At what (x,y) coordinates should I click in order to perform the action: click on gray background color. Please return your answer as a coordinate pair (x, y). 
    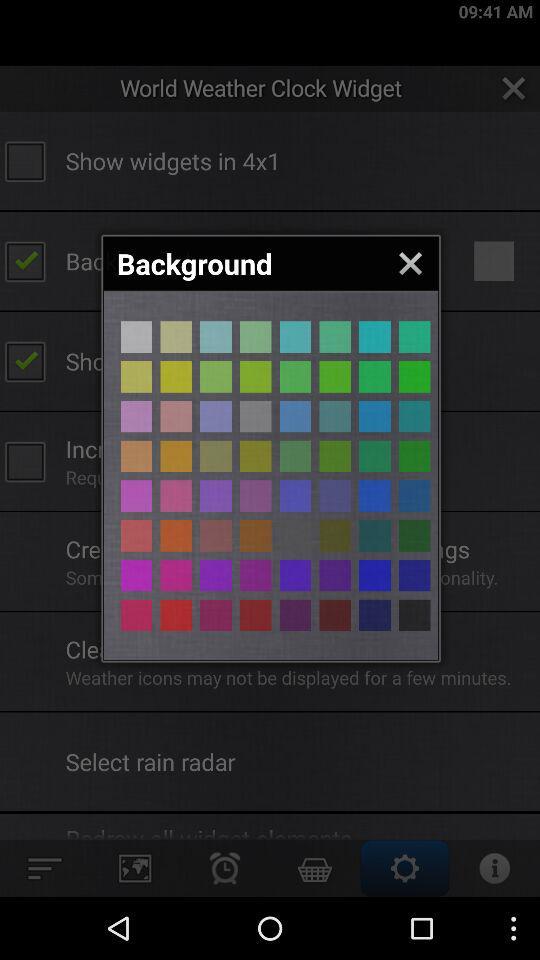
    Looking at the image, I should click on (135, 375).